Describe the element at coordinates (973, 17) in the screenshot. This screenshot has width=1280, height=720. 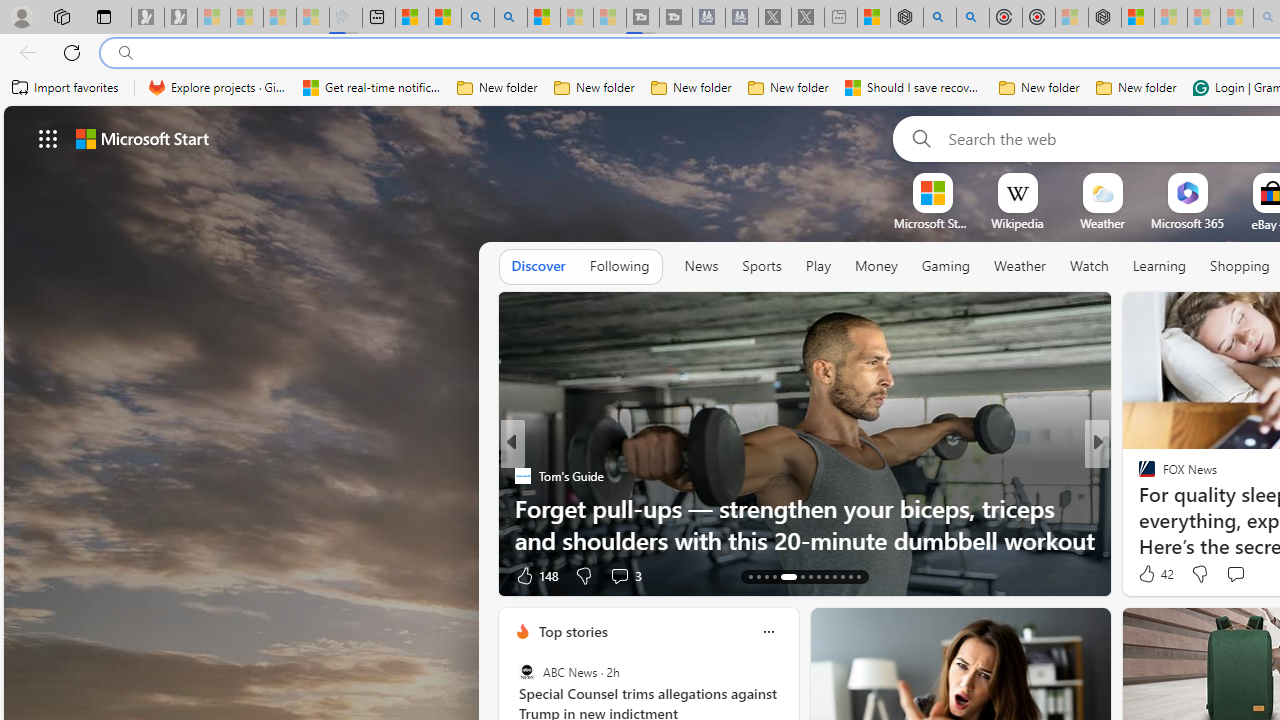
I see `'poe ++ standard - Search'` at that location.